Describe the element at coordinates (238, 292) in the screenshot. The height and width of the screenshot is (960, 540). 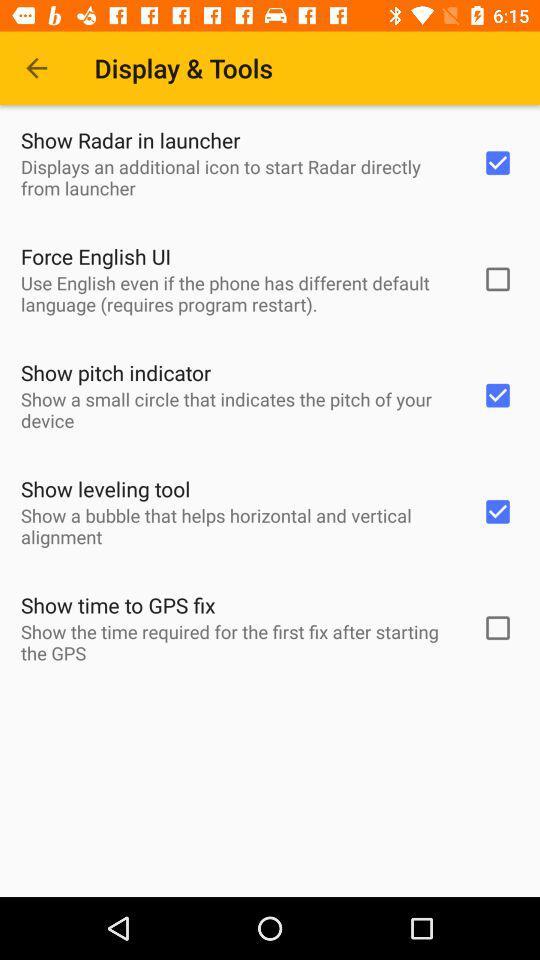
I see `use english even item` at that location.